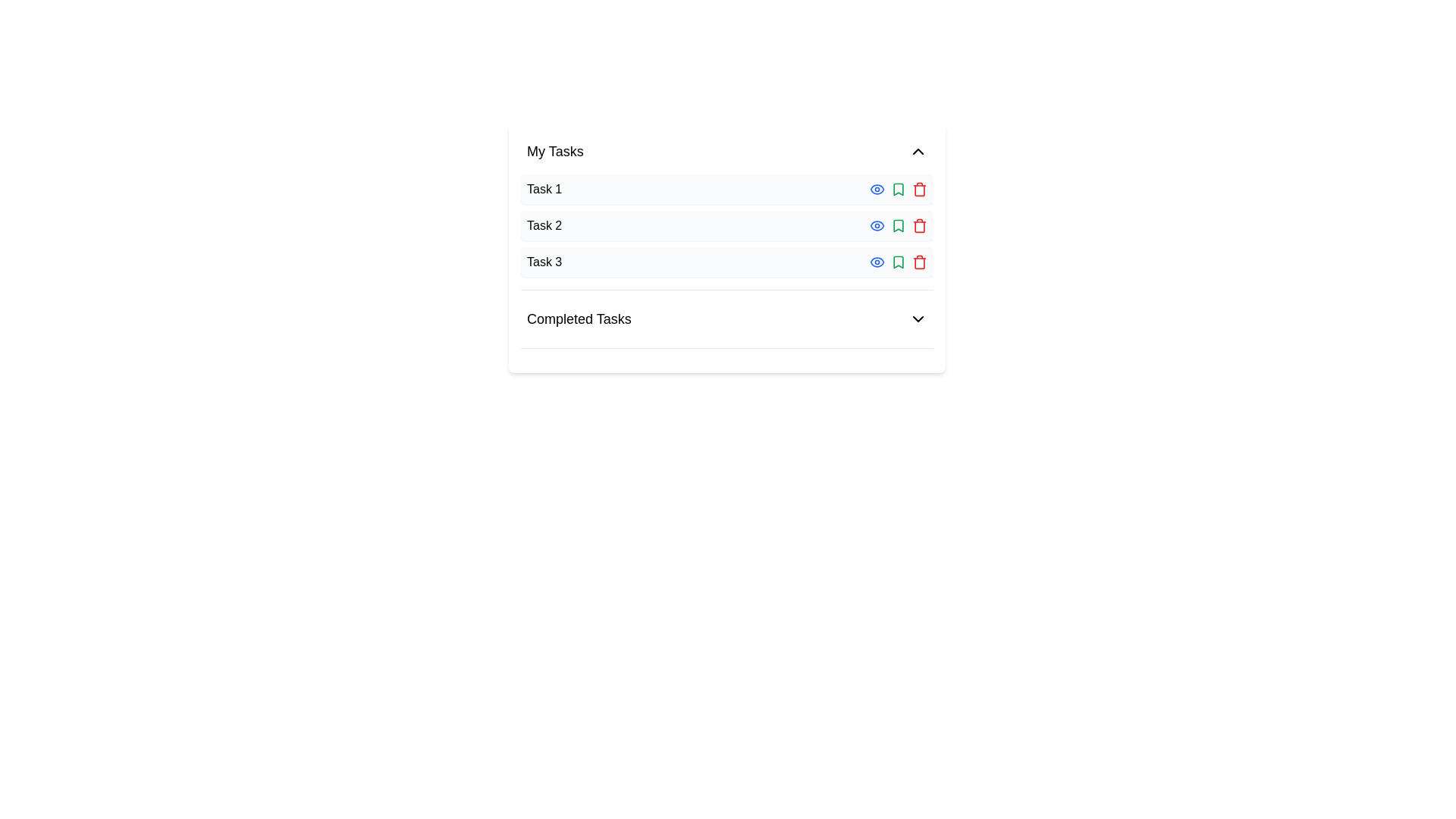 Image resolution: width=1456 pixels, height=819 pixels. What do you see at coordinates (899, 189) in the screenshot?
I see `the IconButton representing the bookmarking function for 'Task 1'` at bounding box center [899, 189].